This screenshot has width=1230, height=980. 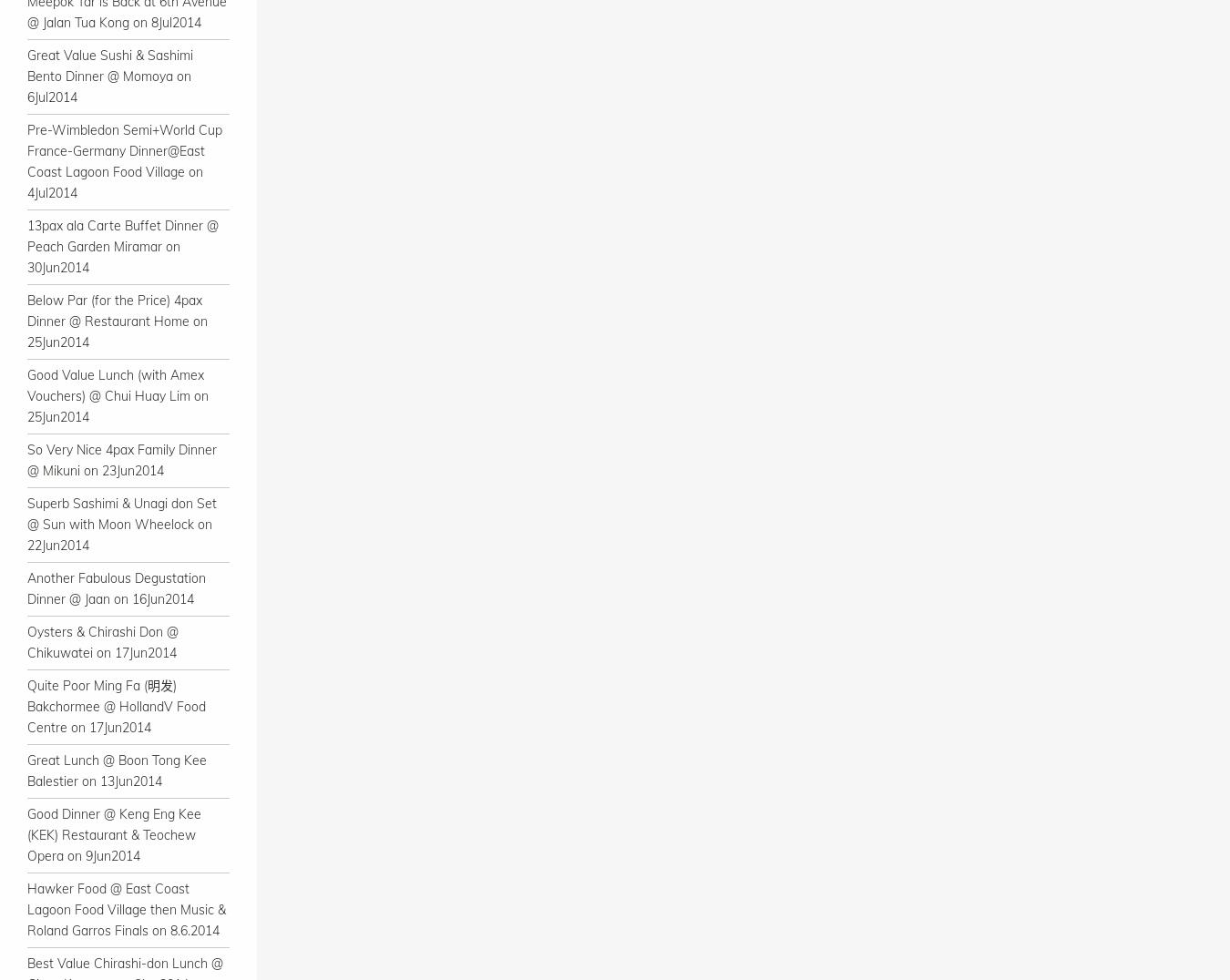 What do you see at coordinates (26, 770) in the screenshot?
I see `'Great Lunch @ Boon Tong Kee Balestier on 13Jun2014'` at bounding box center [26, 770].